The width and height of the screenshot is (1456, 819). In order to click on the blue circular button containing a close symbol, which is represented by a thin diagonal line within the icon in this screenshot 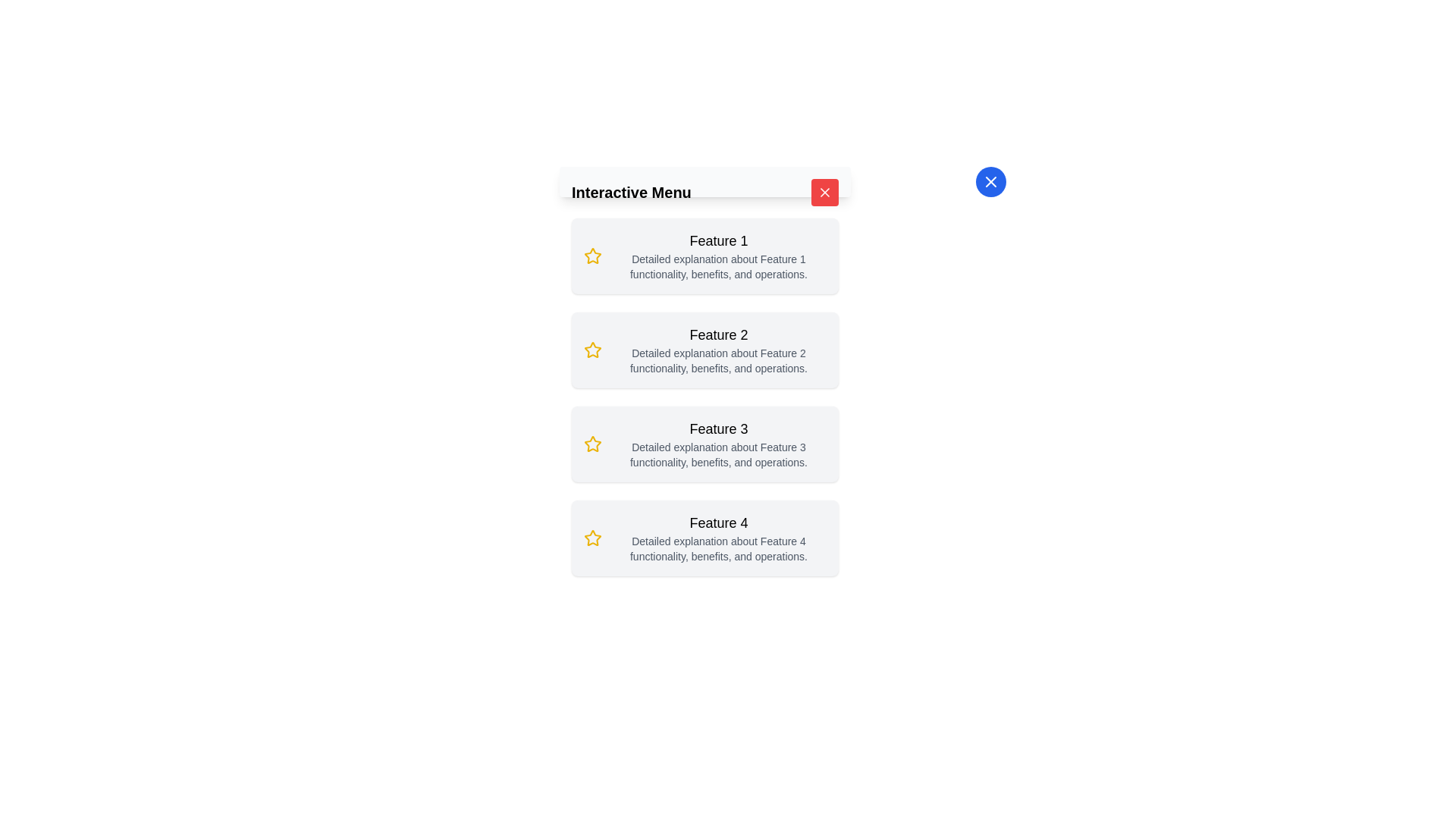, I will do `click(824, 192)`.